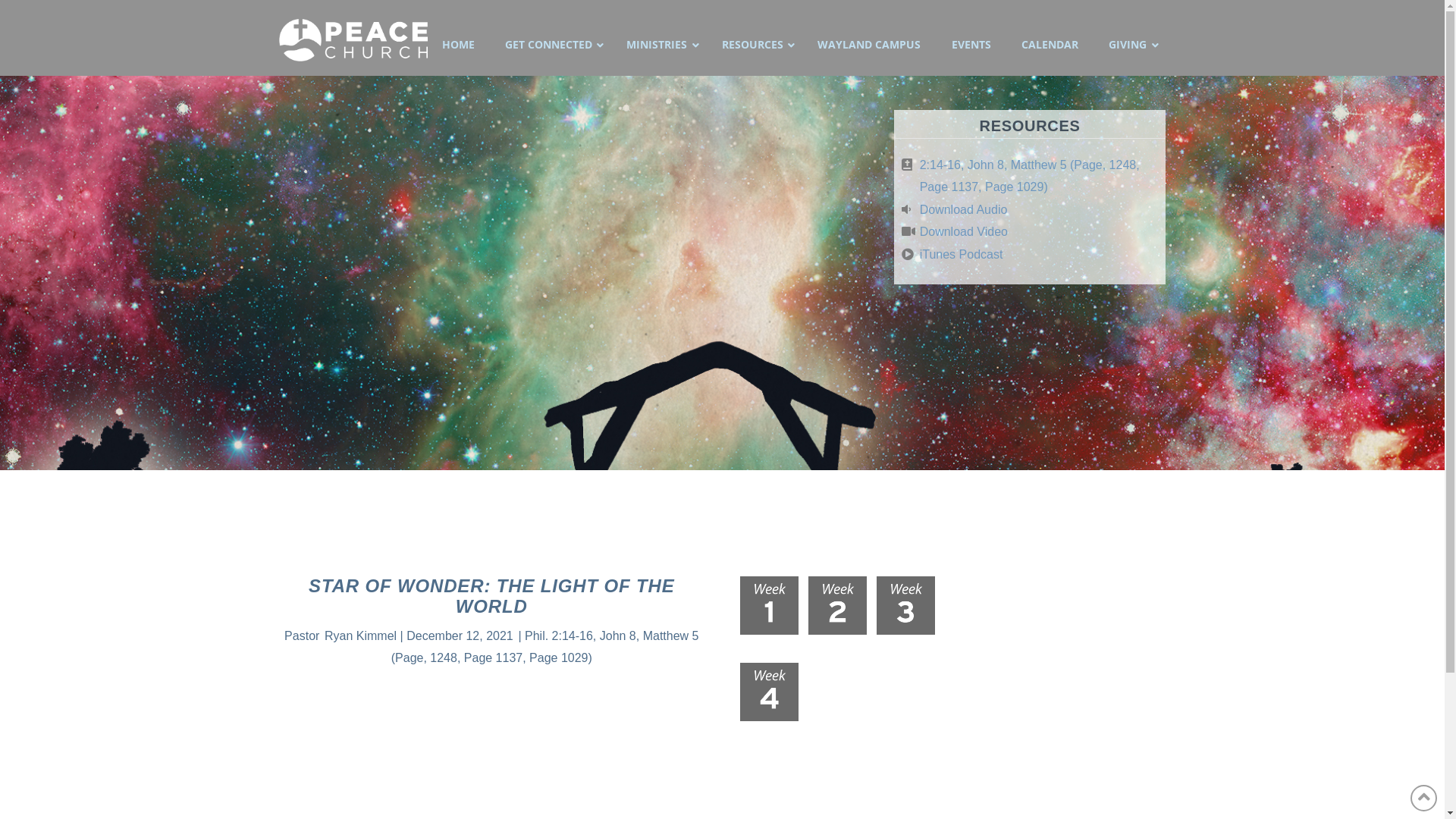 This screenshot has height=819, width=1456. I want to click on 'EVENTS', so click(971, 43).